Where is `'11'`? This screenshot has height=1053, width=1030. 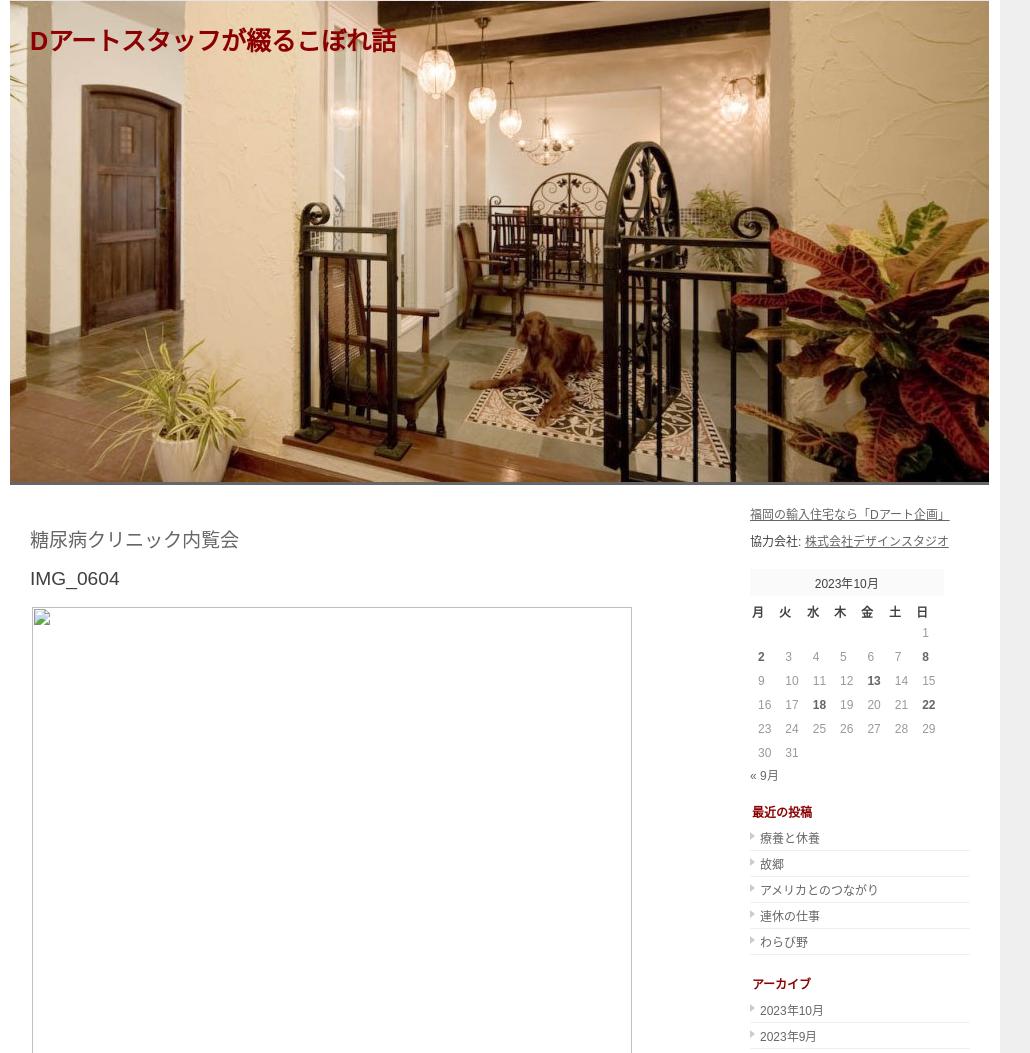
'11' is located at coordinates (817, 680).